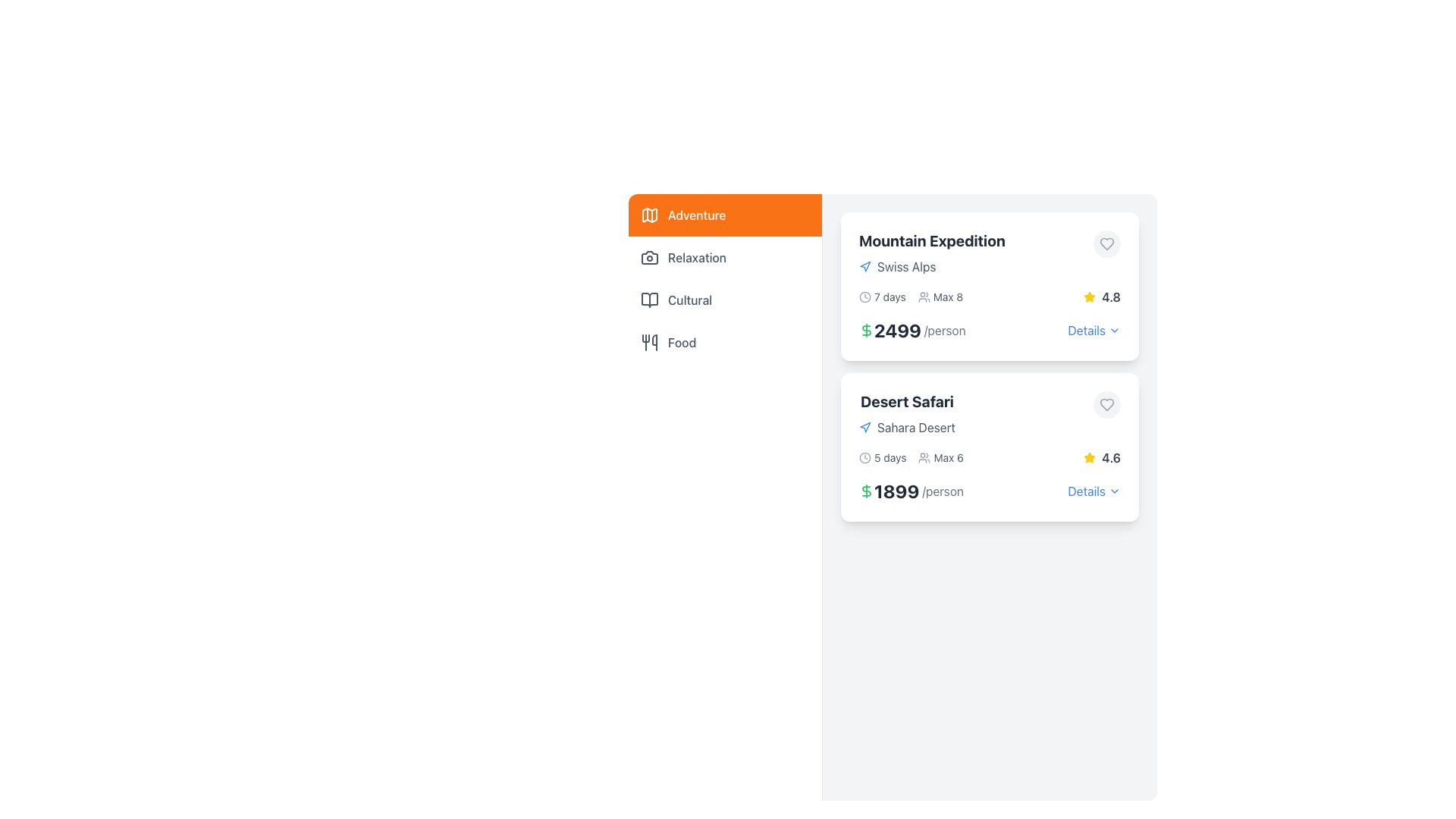 This screenshot has width=1456, height=819. Describe the element at coordinates (1102, 457) in the screenshot. I see `the Rating indicator with the yellow star icon and the text '4.6'` at that location.